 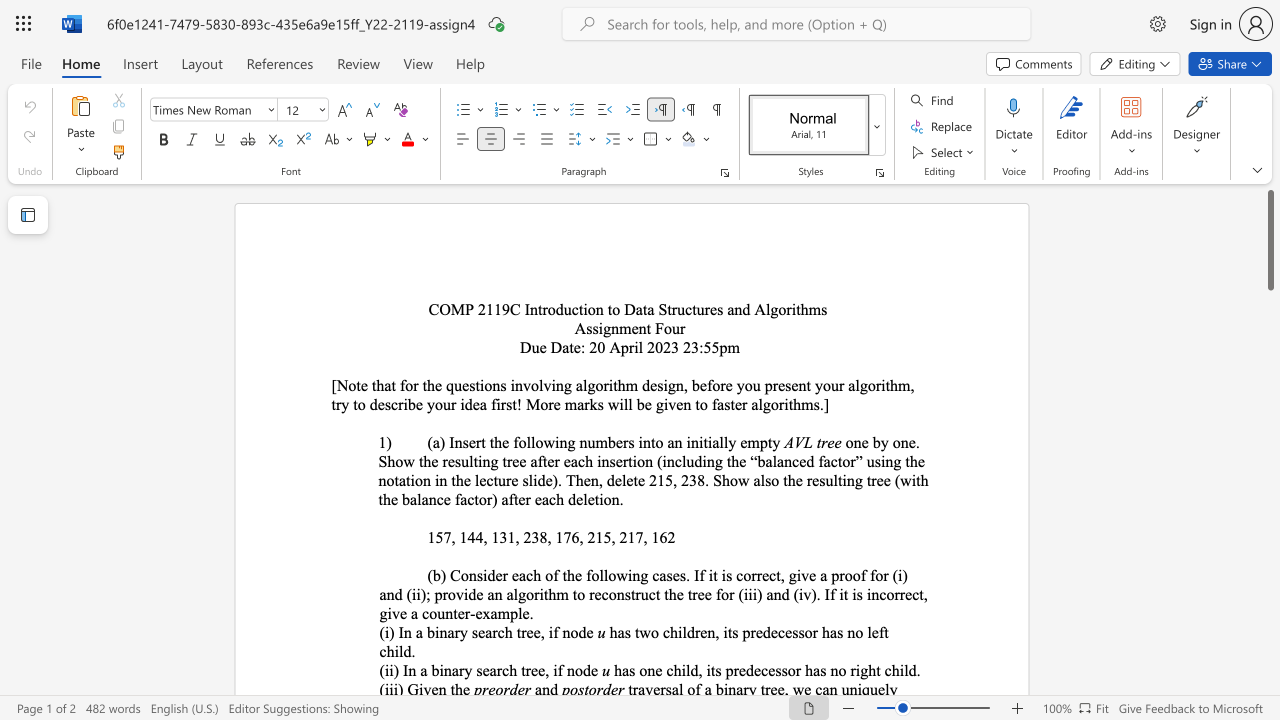 I want to click on the subset text "57, 144, 131, 23" within the text "157, 144, 131, 238, 176, 215, 217, 162", so click(x=434, y=536).